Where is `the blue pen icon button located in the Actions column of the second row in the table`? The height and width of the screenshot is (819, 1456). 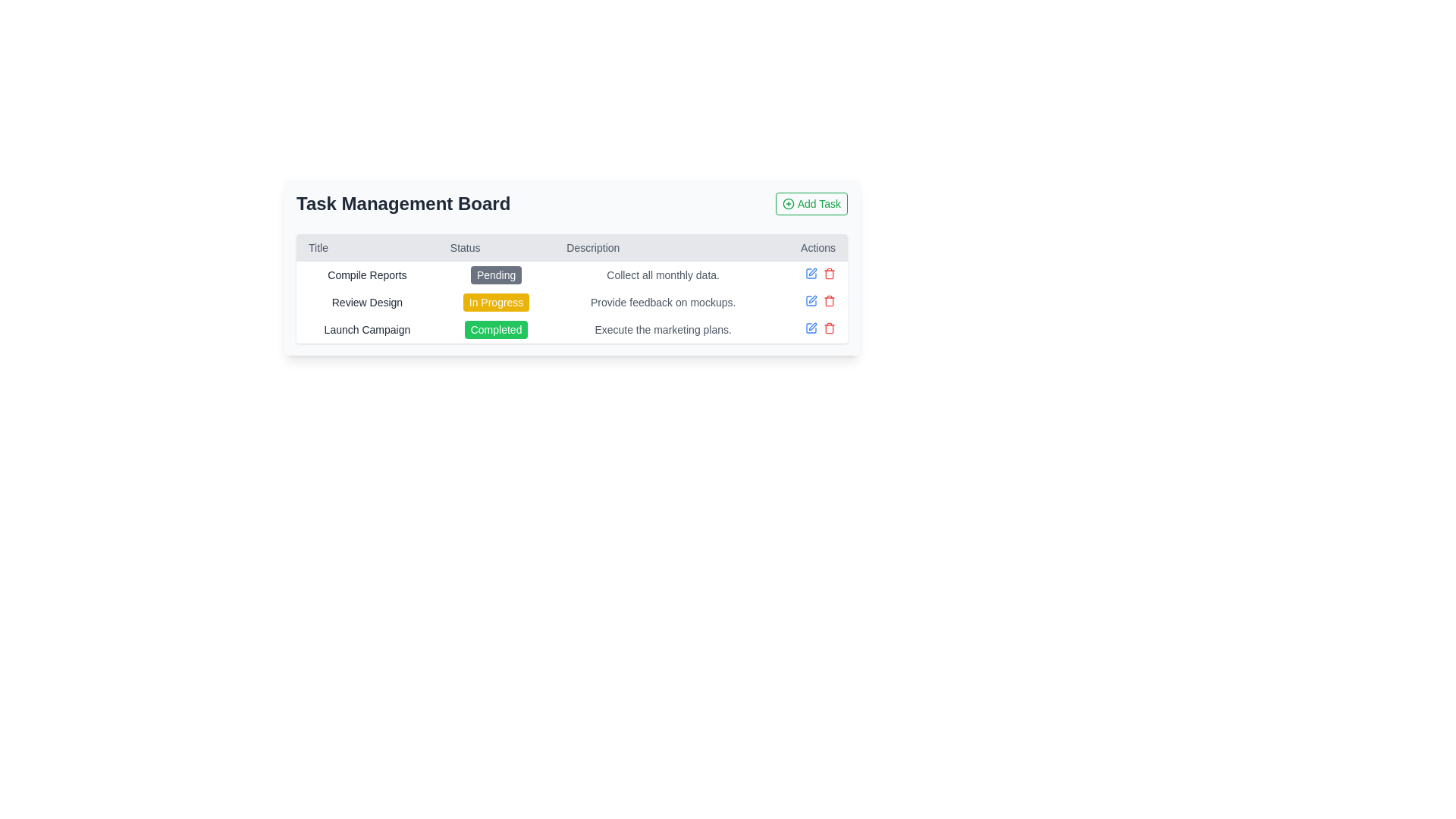 the blue pen icon button located in the Actions column of the second row in the table is located at coordinates (811, 301).